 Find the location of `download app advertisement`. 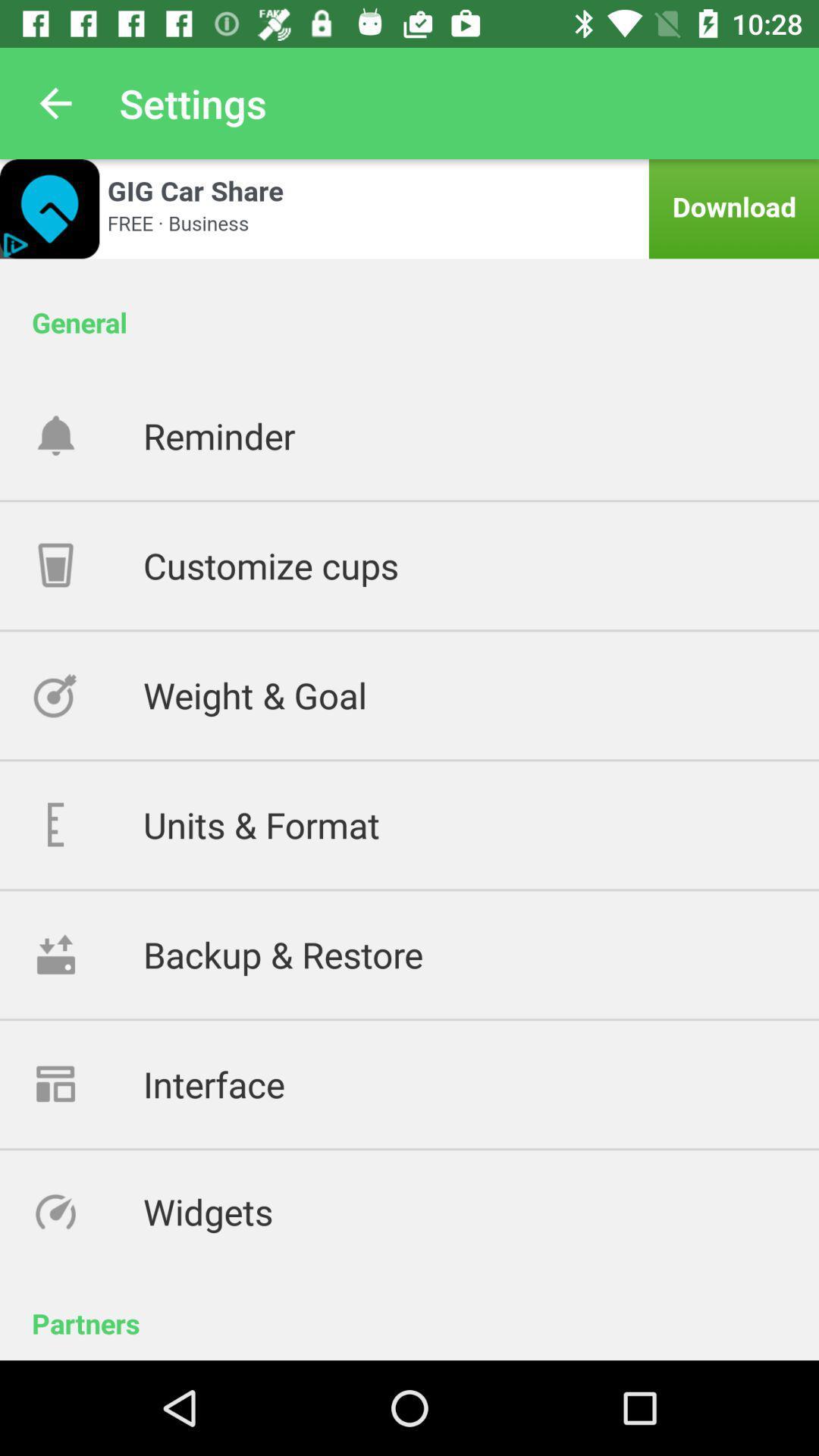

download app advertisement is located at coordinates (409, 208).